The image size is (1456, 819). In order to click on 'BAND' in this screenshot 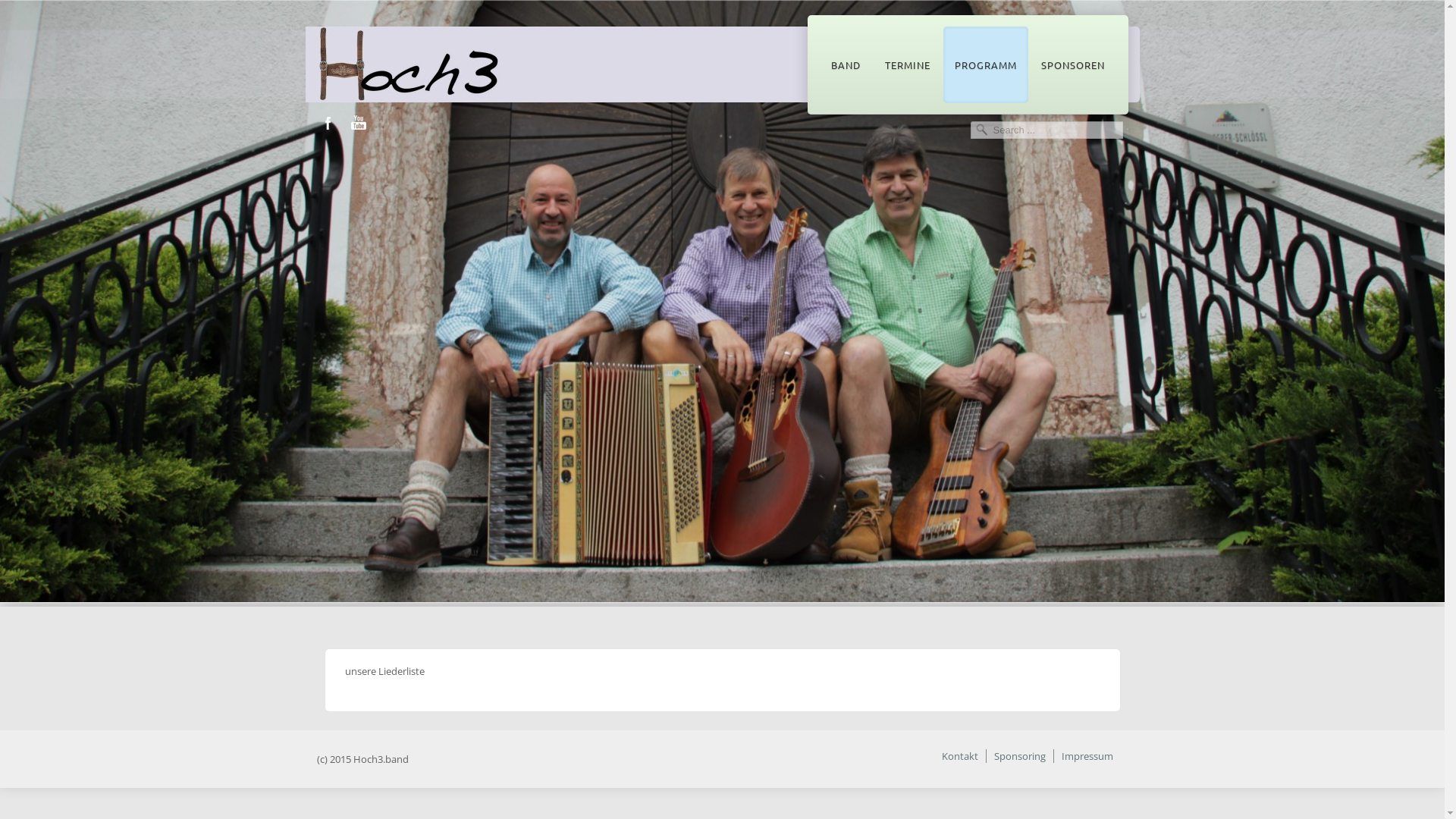, I will do `click(844, 64)`.